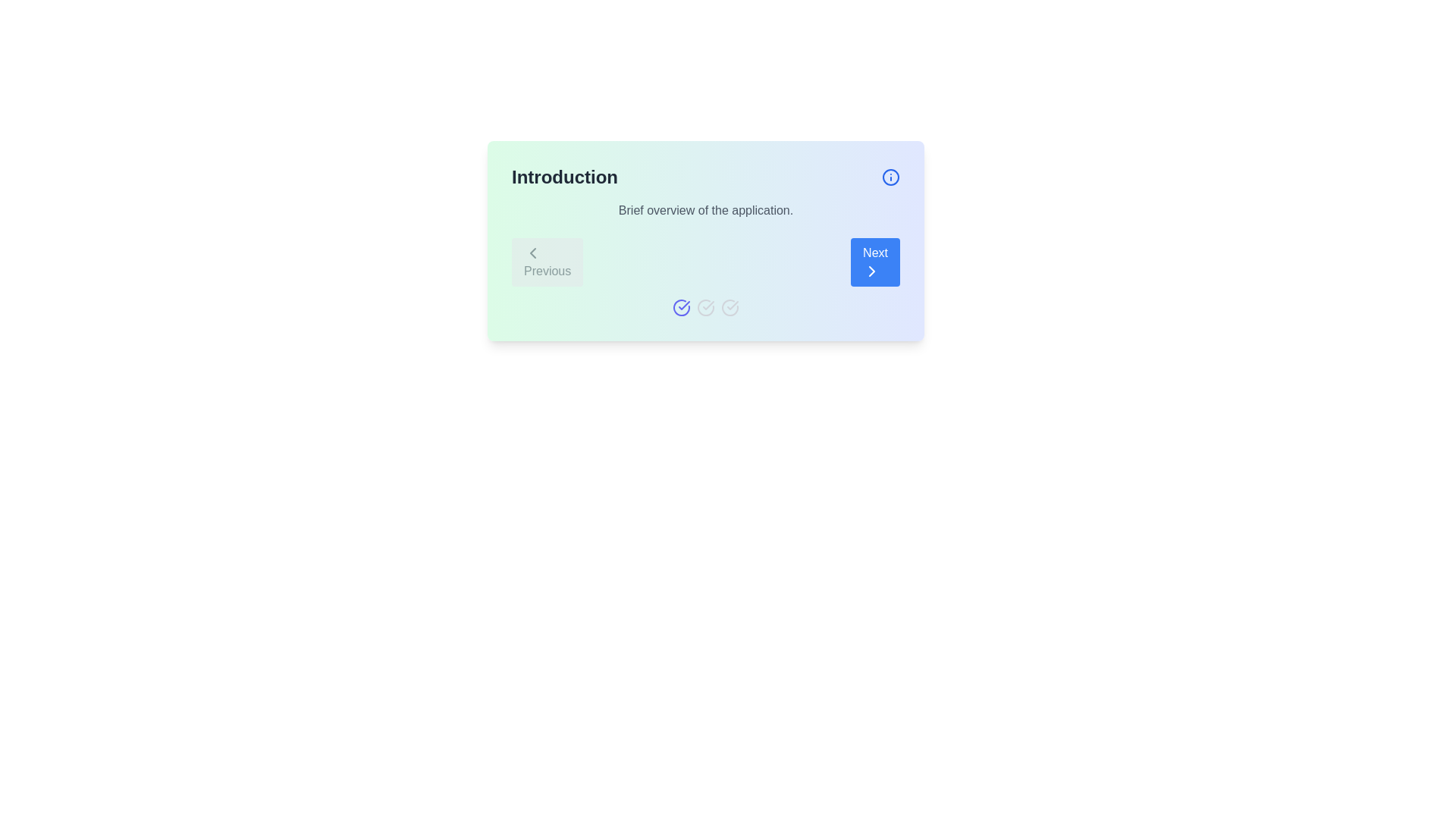  What do you see at coordinates (891, 177) in the screenshot?
I see `the circular graphical element that symbolizes the information icon located at the top-right corner of the card` at bounding box center [891, 177].